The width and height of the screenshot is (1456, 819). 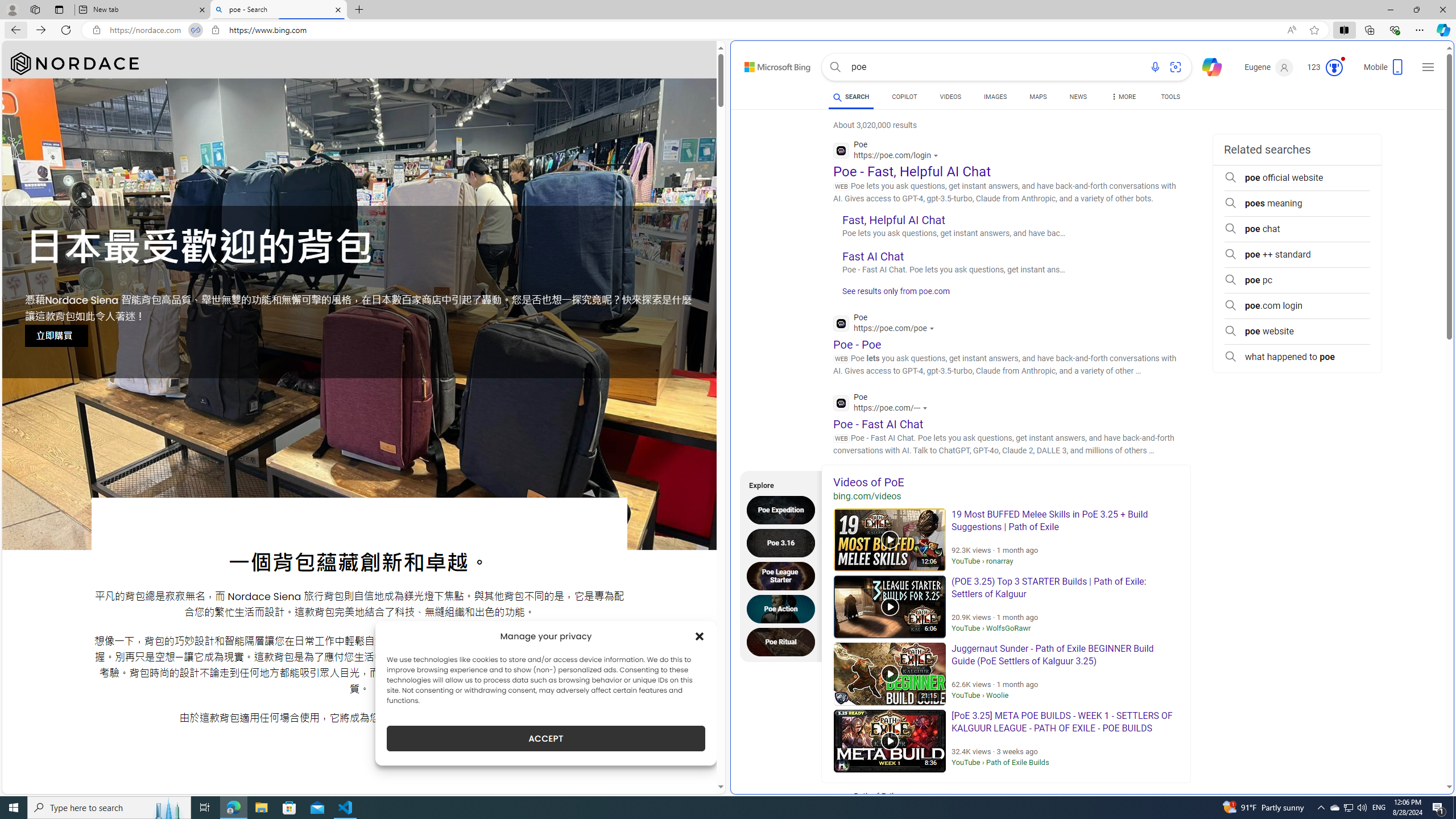 What do you see at coordinates (1123, 98) in the screenshot?
I see `'MORE'` at bounding box center [1123, 98].